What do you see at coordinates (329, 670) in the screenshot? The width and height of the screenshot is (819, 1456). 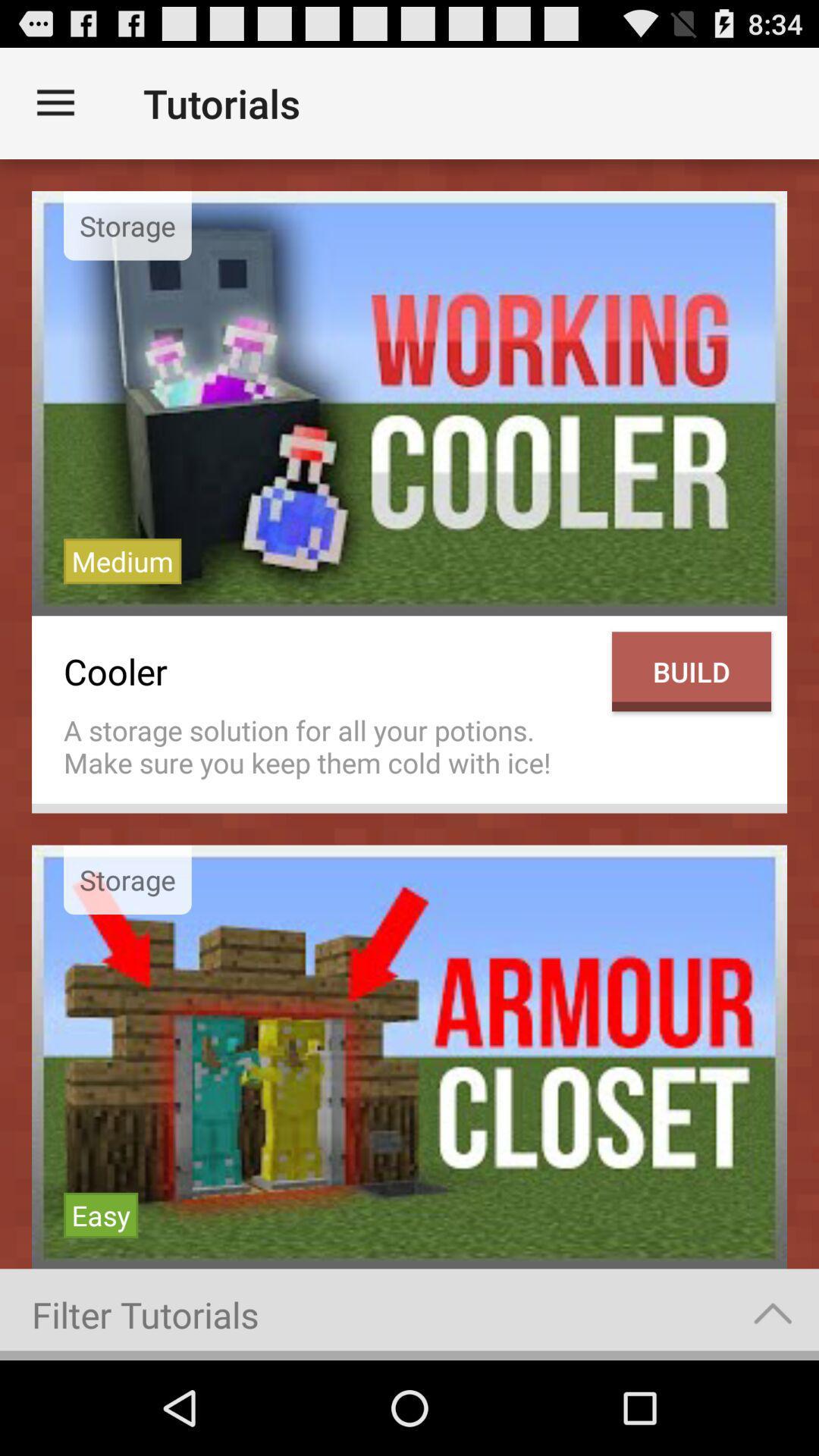 I see `the icon to the left of build item` at bounding box center [329, 670].